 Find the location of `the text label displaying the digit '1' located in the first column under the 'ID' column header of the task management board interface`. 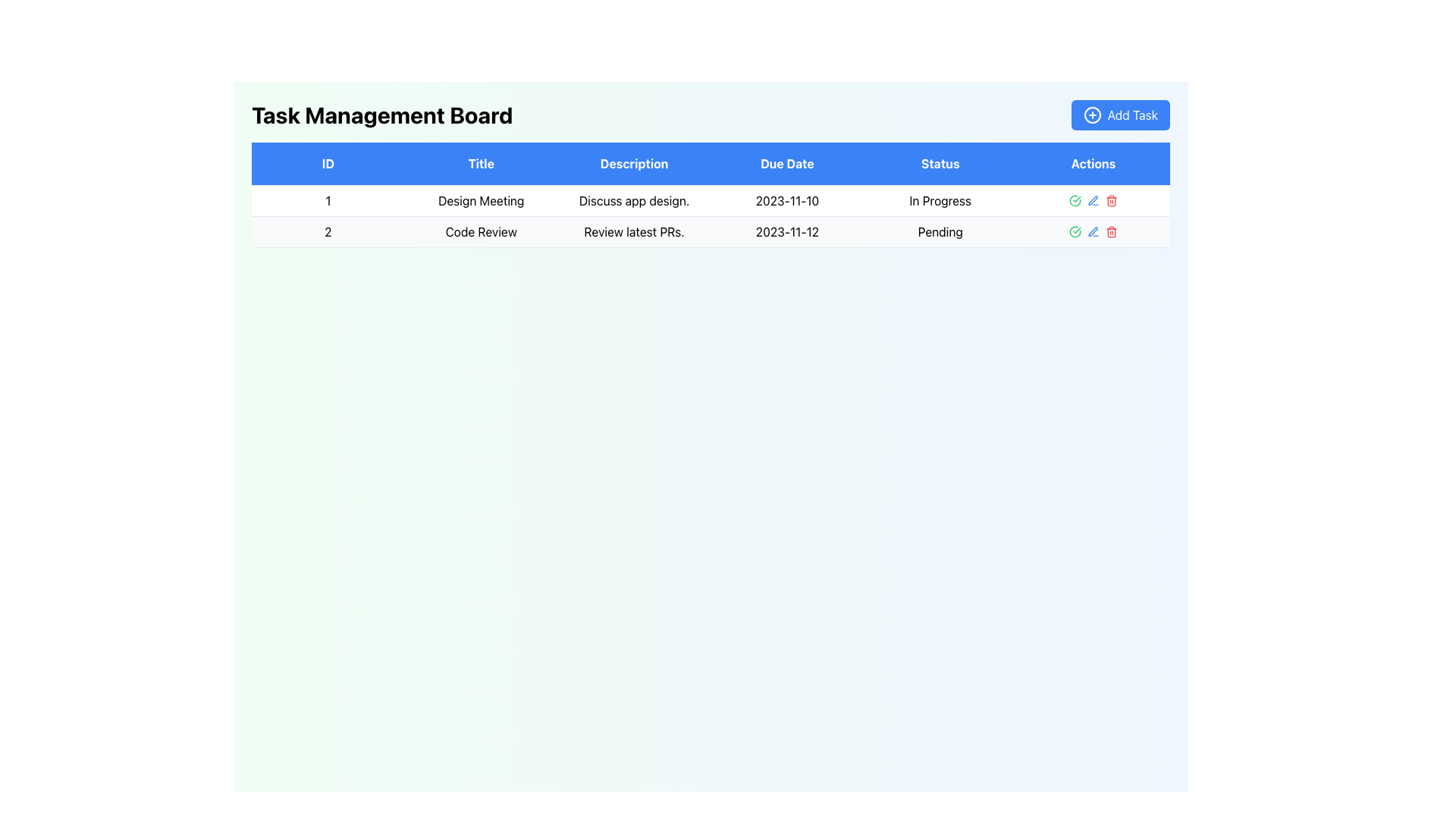

the text label displaying the digit '1' located in the first column under the 'ID' column header of the task management board interface is located at coordinates (327, 200).